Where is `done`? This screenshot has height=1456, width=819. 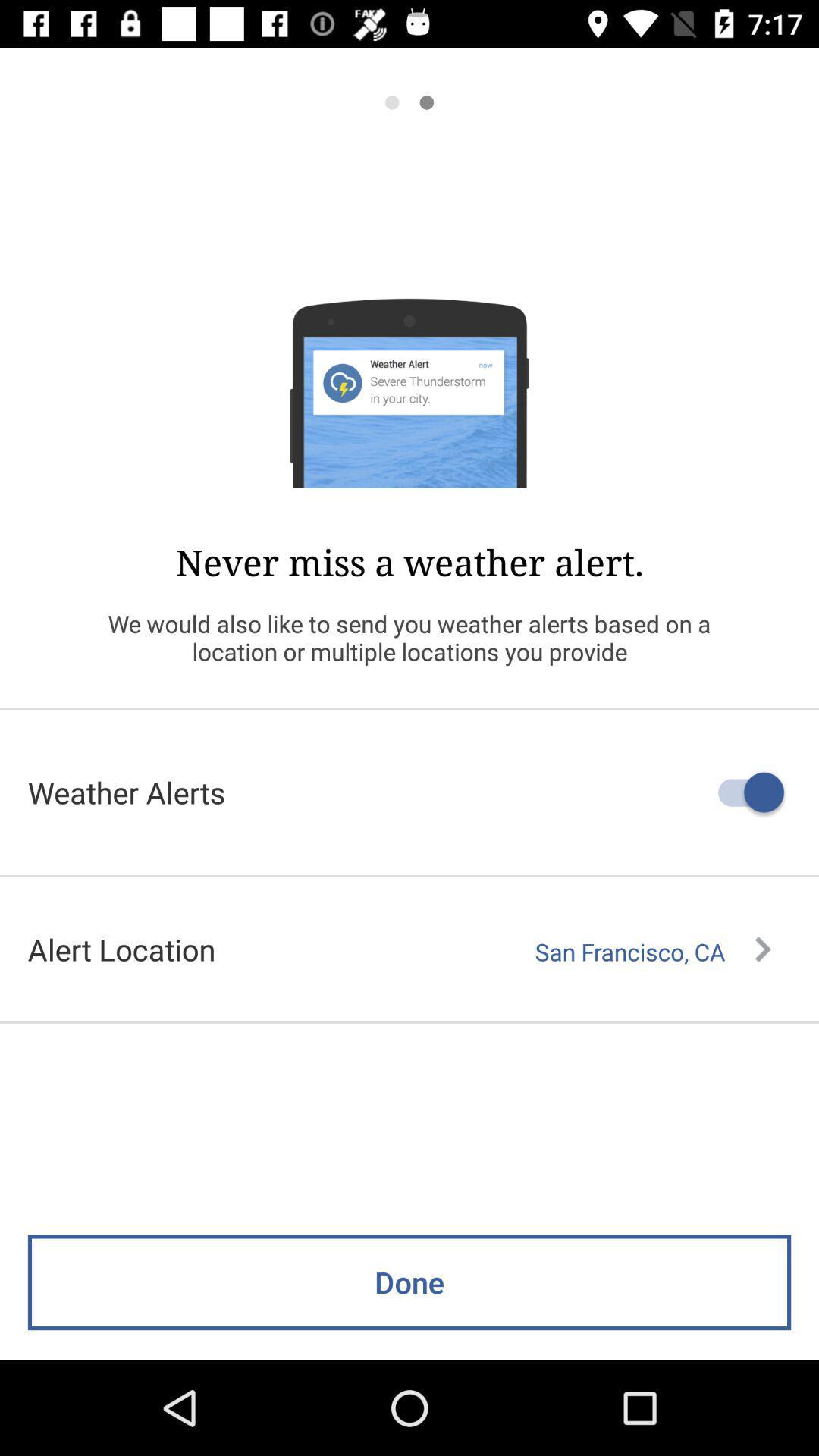
done is located at coordinates (409, 1282).